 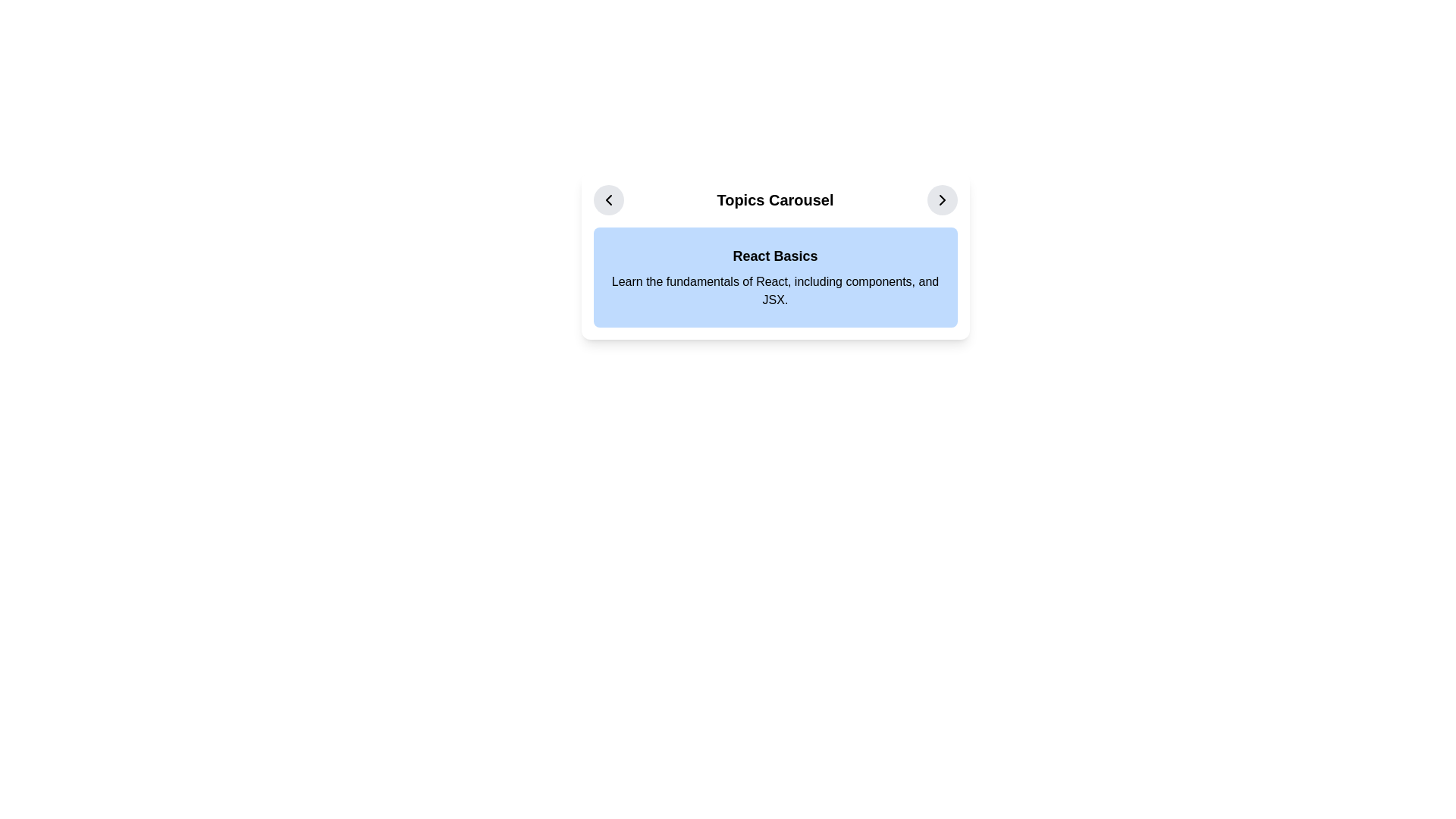 I want to click on the navigation icon within the circular button located in the top-right corner of the 'React Basics' card, so click(x=941, y=199).